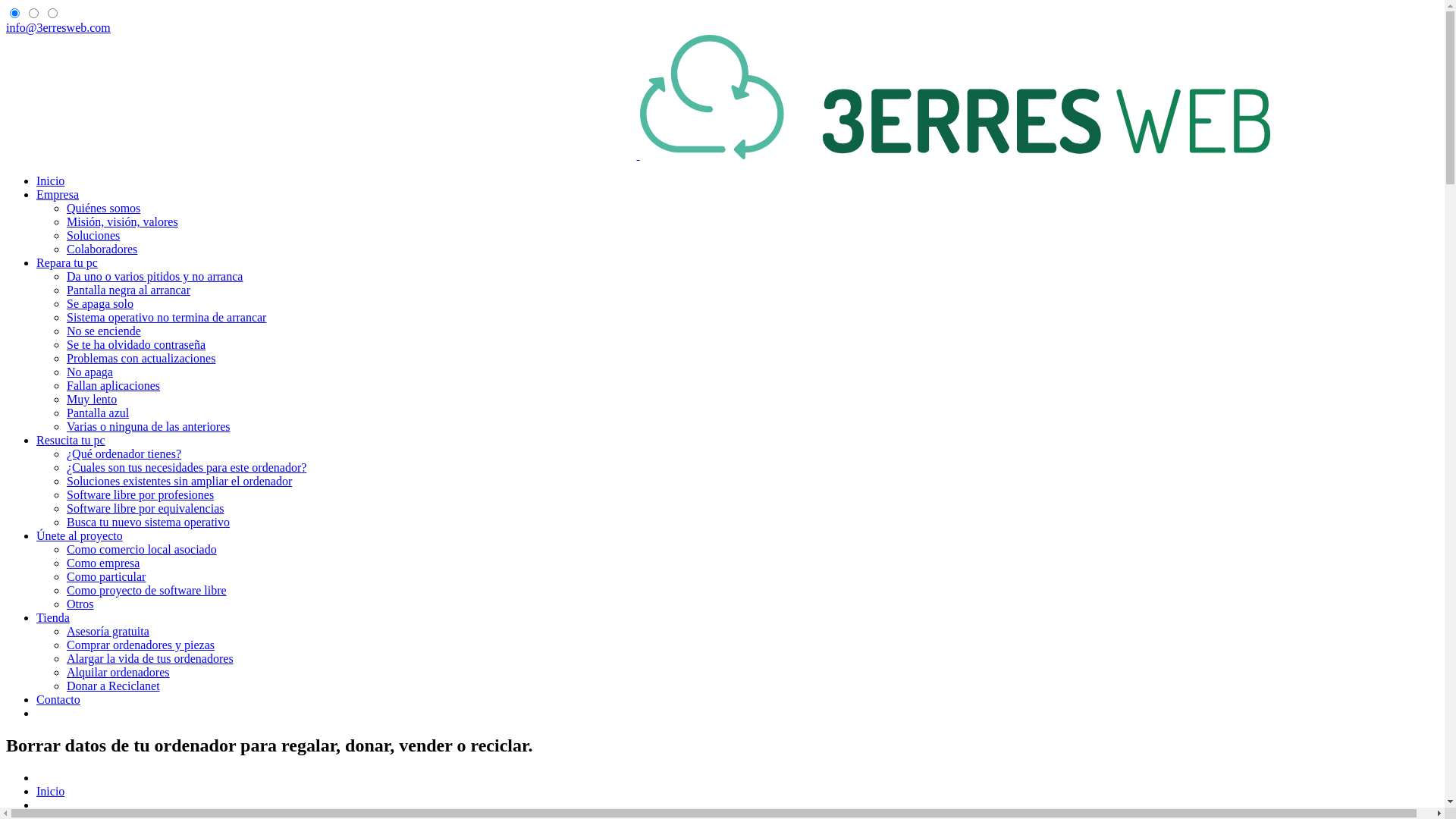  Describe the element at coordinates (112, 384) in the screenshot. I see `'Fallan aplicaciones'` at that location.